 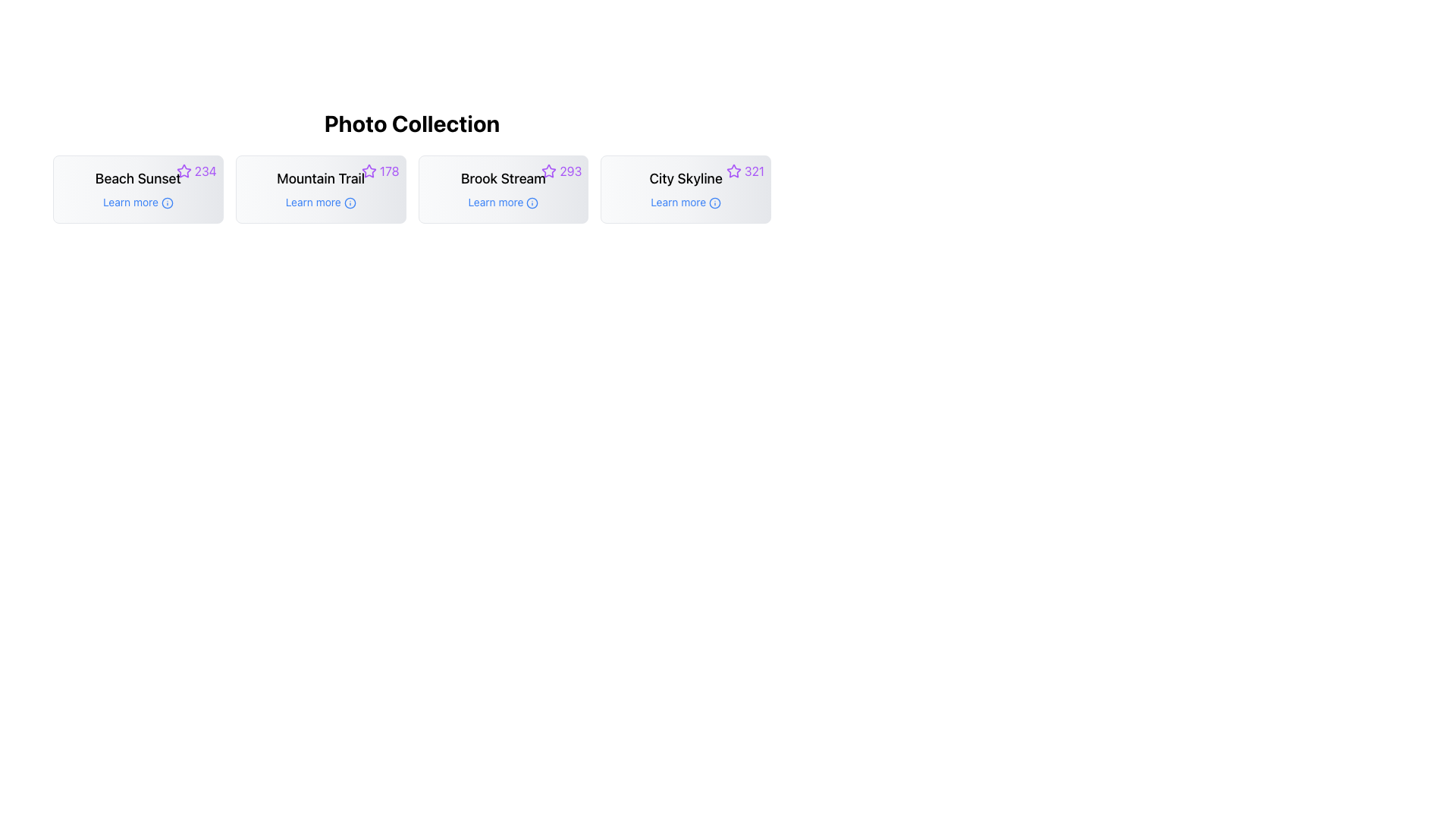 What do you see at coordinates (503, 201) in the screenshot?
I see `the clickable hyperlink that provides more information about the 'Brook Stream' section, located centrally below the 'Brook Stream' text and above the info icon` at bounding box center [503, 201].